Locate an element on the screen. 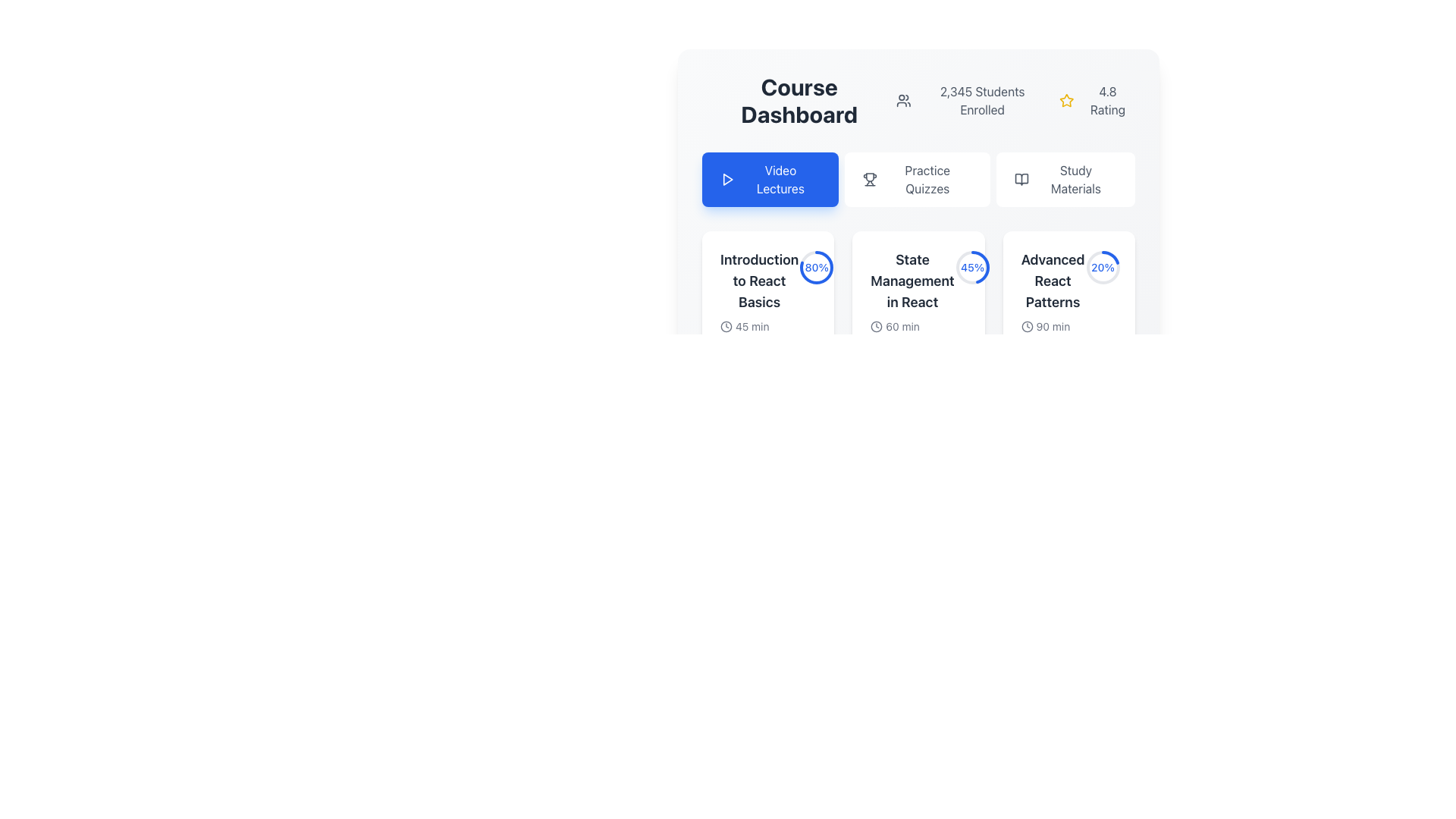 The width and height of the screenshot is (1456, 819). the open book icon located within the 'Study Materials' button, positioned to the left of the text is located at coordinates (1021, 178).